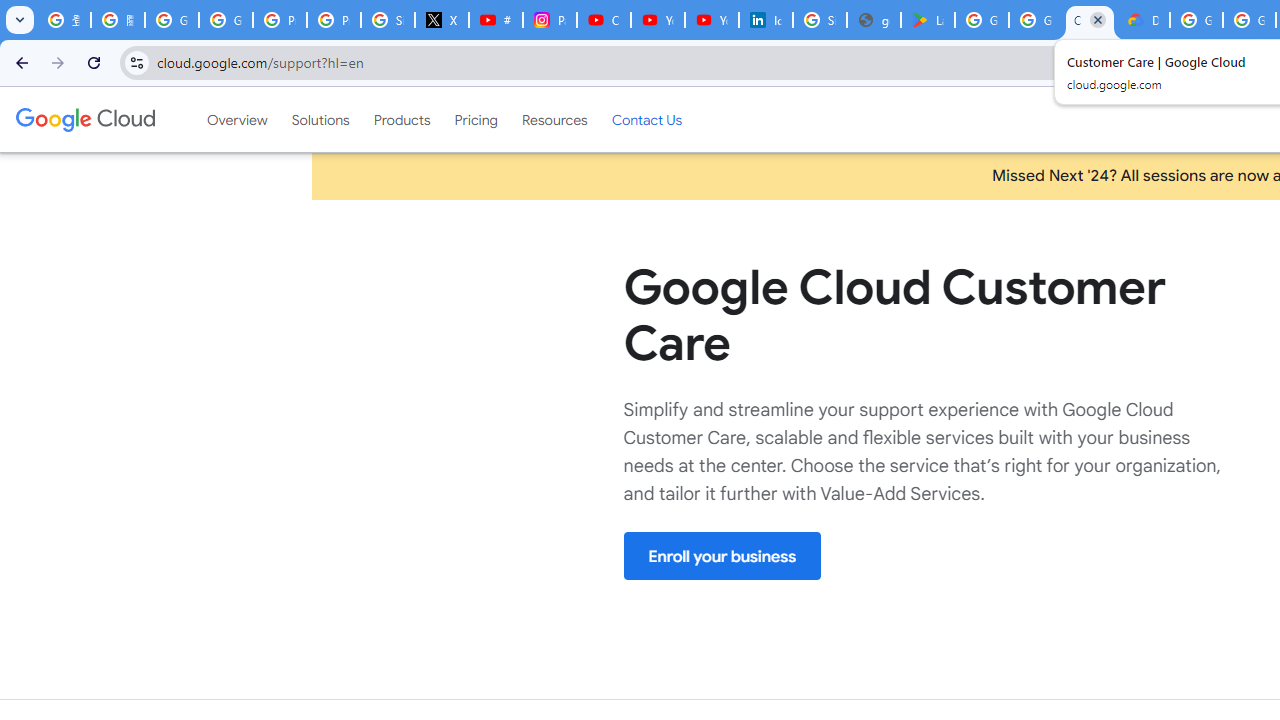 This screenshot has height=720, width=1280. Describe the element at coordinates (927, 20) in the screenshot. I see `'Last Shelter: Survival - Apps on Google Play'` at that location.